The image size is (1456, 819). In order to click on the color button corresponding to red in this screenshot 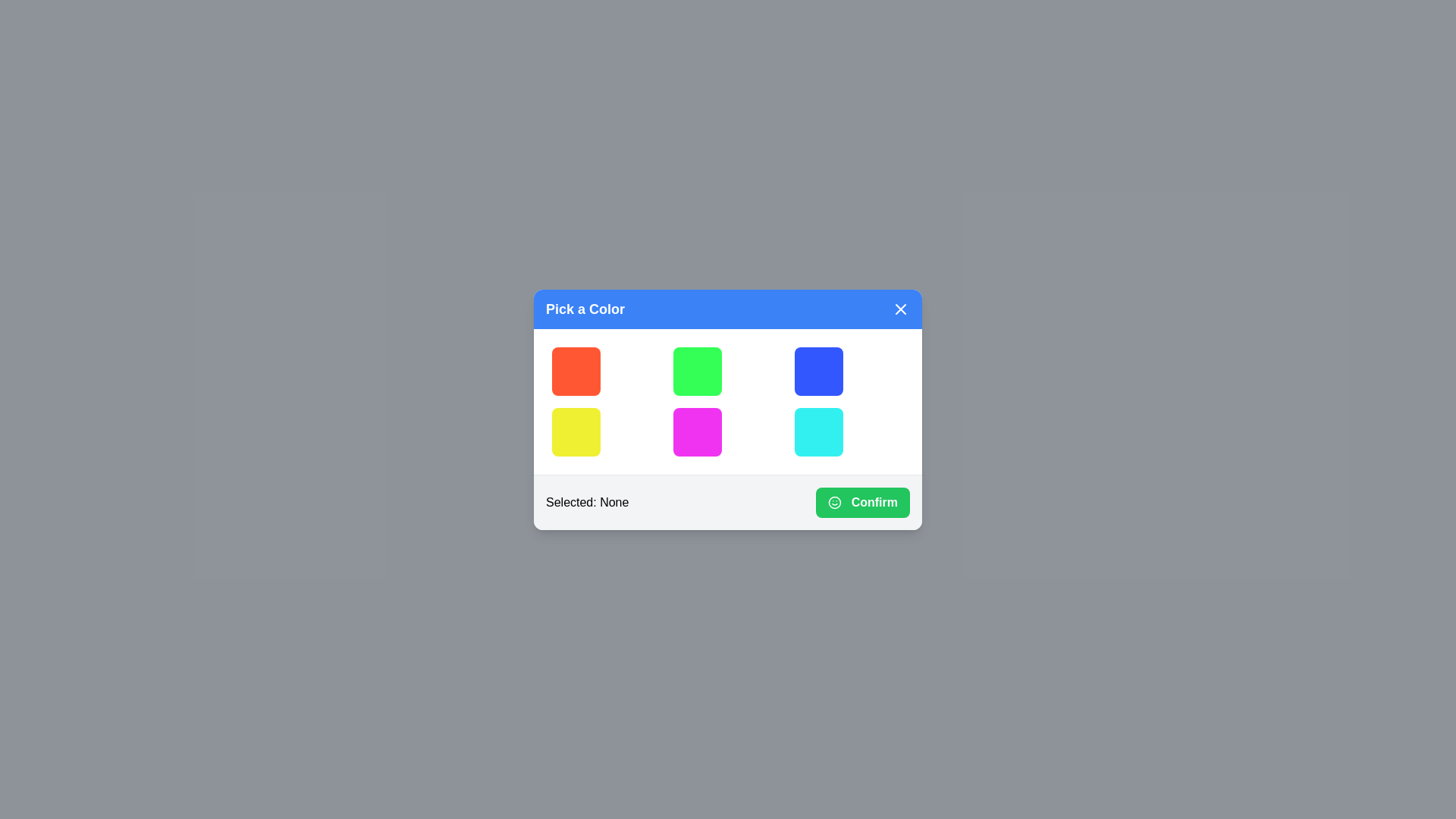, I will do `click(575, 371)`.